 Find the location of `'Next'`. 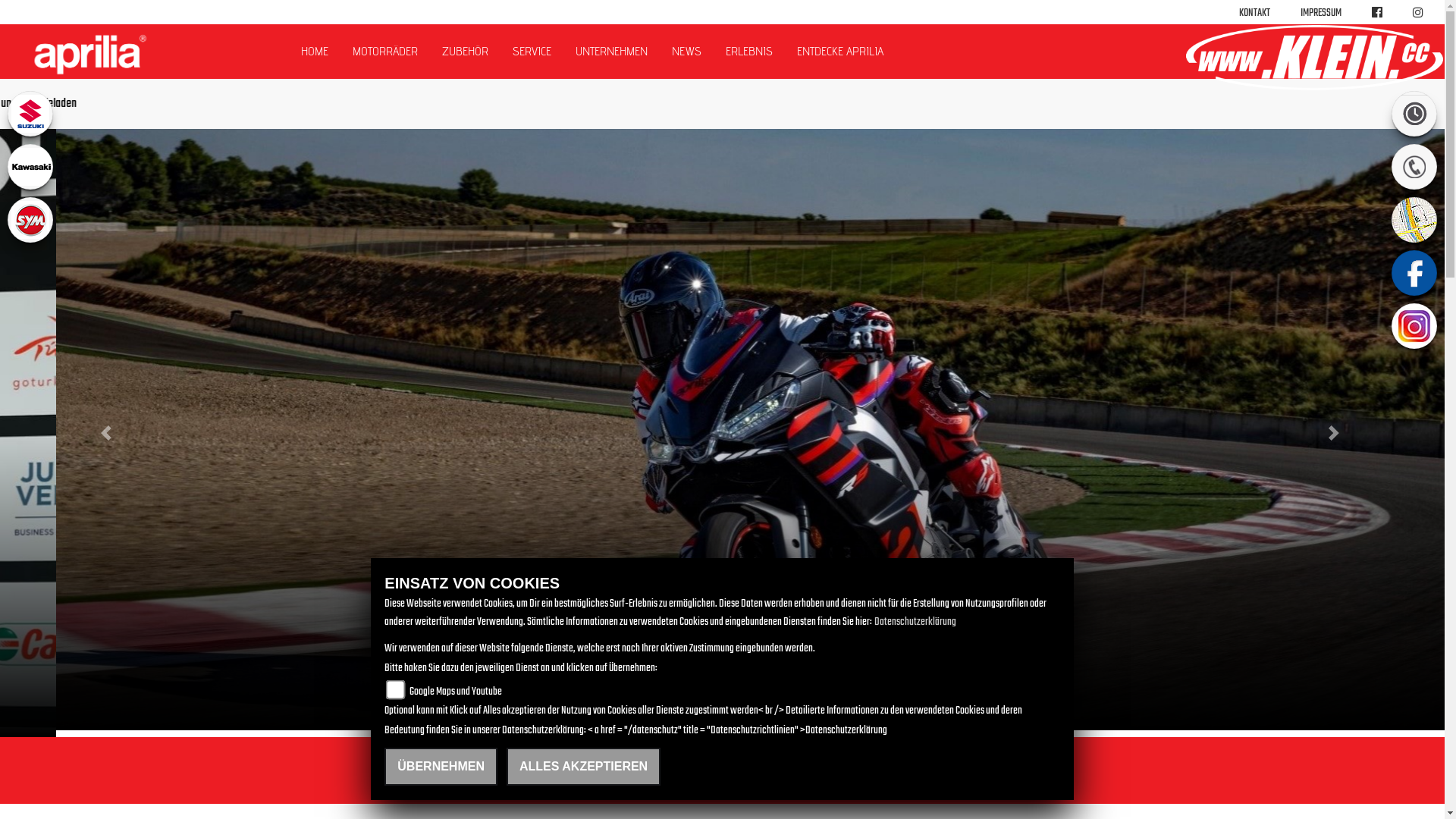

'Next' is located at coordinates (1335, 432).